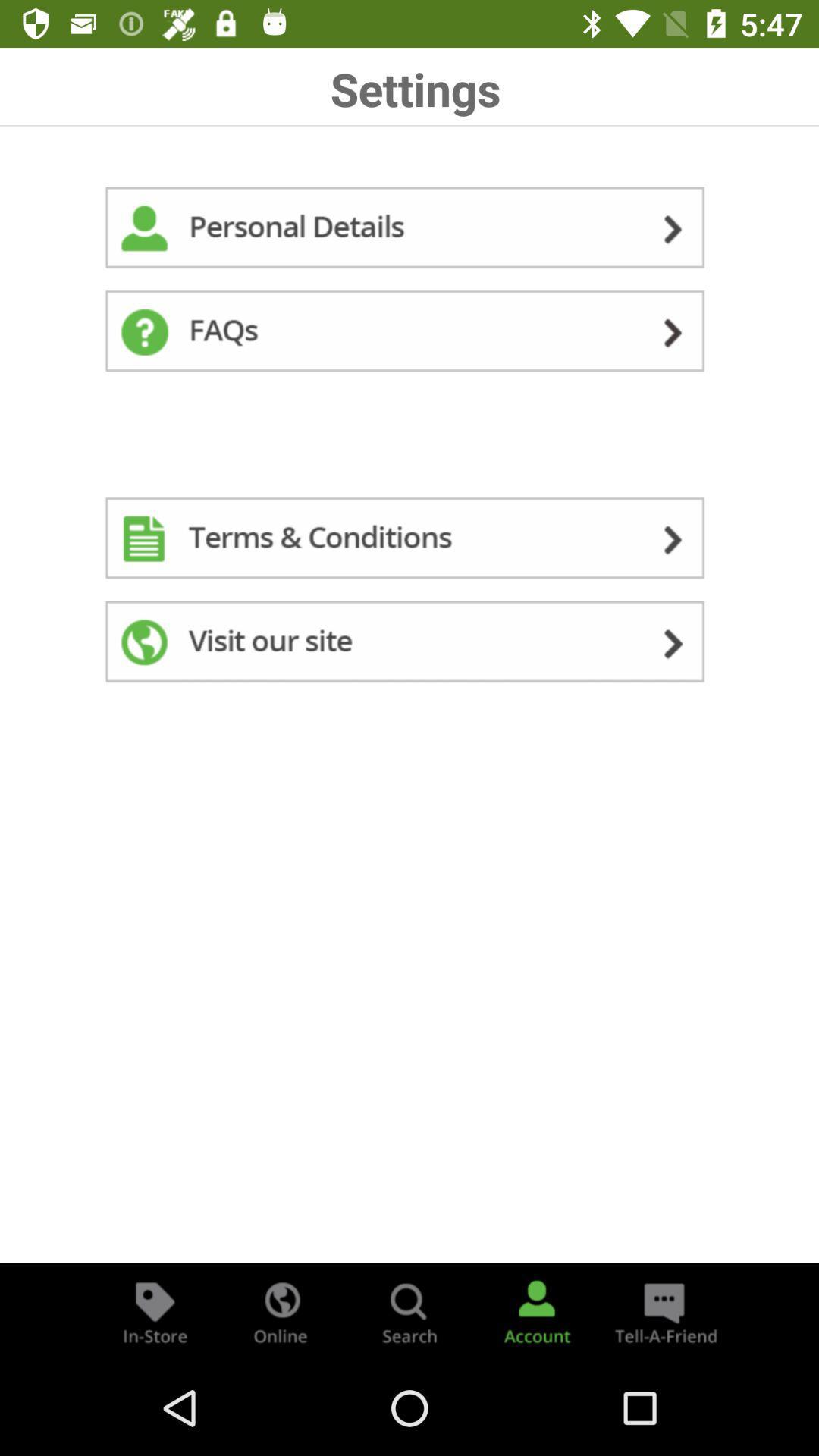 The width and height of the screenshot is (819, 1456). Describe the element at coordinates (536, 1310) in the screenshot. I see `account` at that location.